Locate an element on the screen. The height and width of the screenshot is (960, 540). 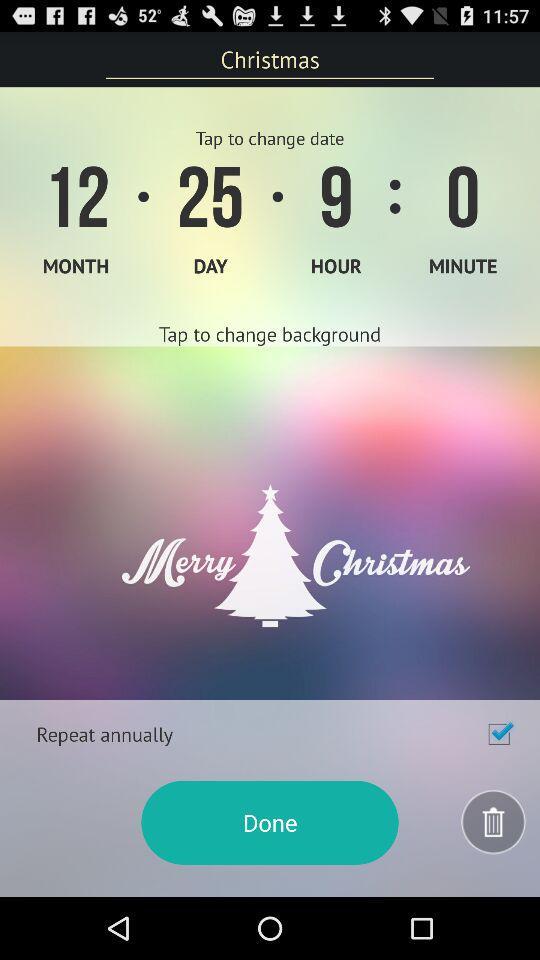
delete is located at coordinates (493, 822).